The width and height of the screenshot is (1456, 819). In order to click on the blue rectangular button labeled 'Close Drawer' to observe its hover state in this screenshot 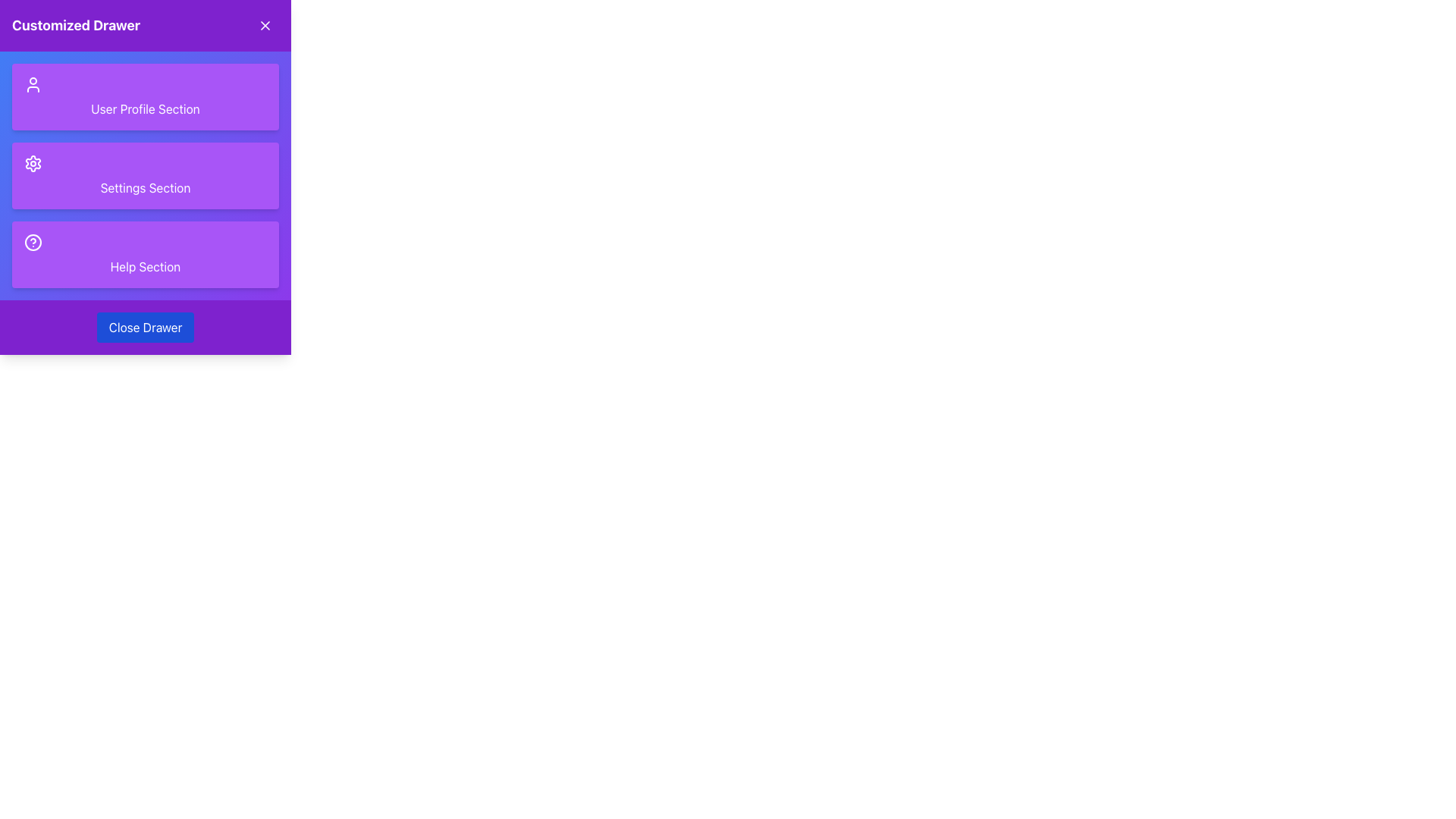, I will do `click(146, 327)`.